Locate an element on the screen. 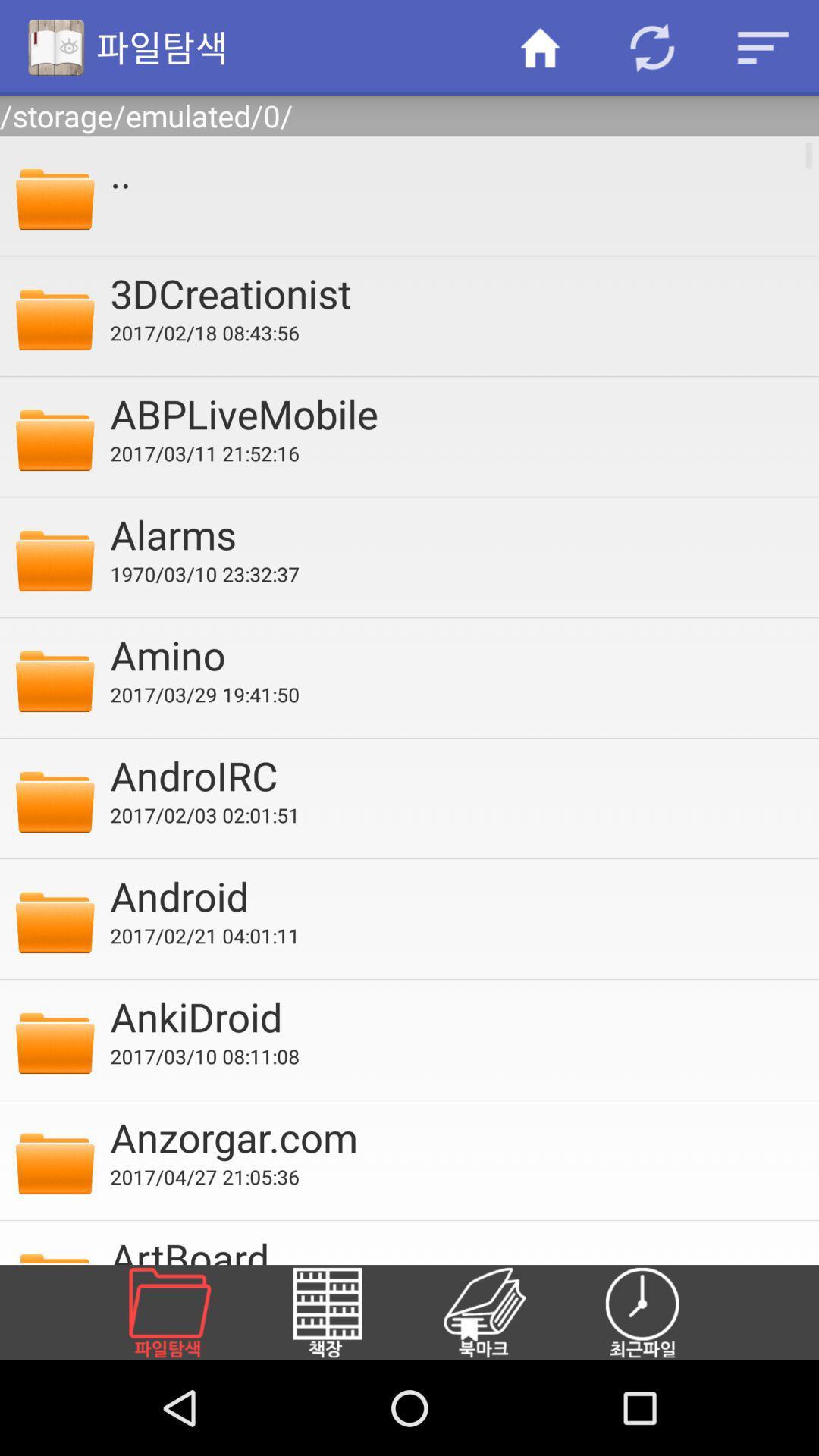 This screenshot has height=1456, width=819. file directory is located at coordinates (187, 1312).